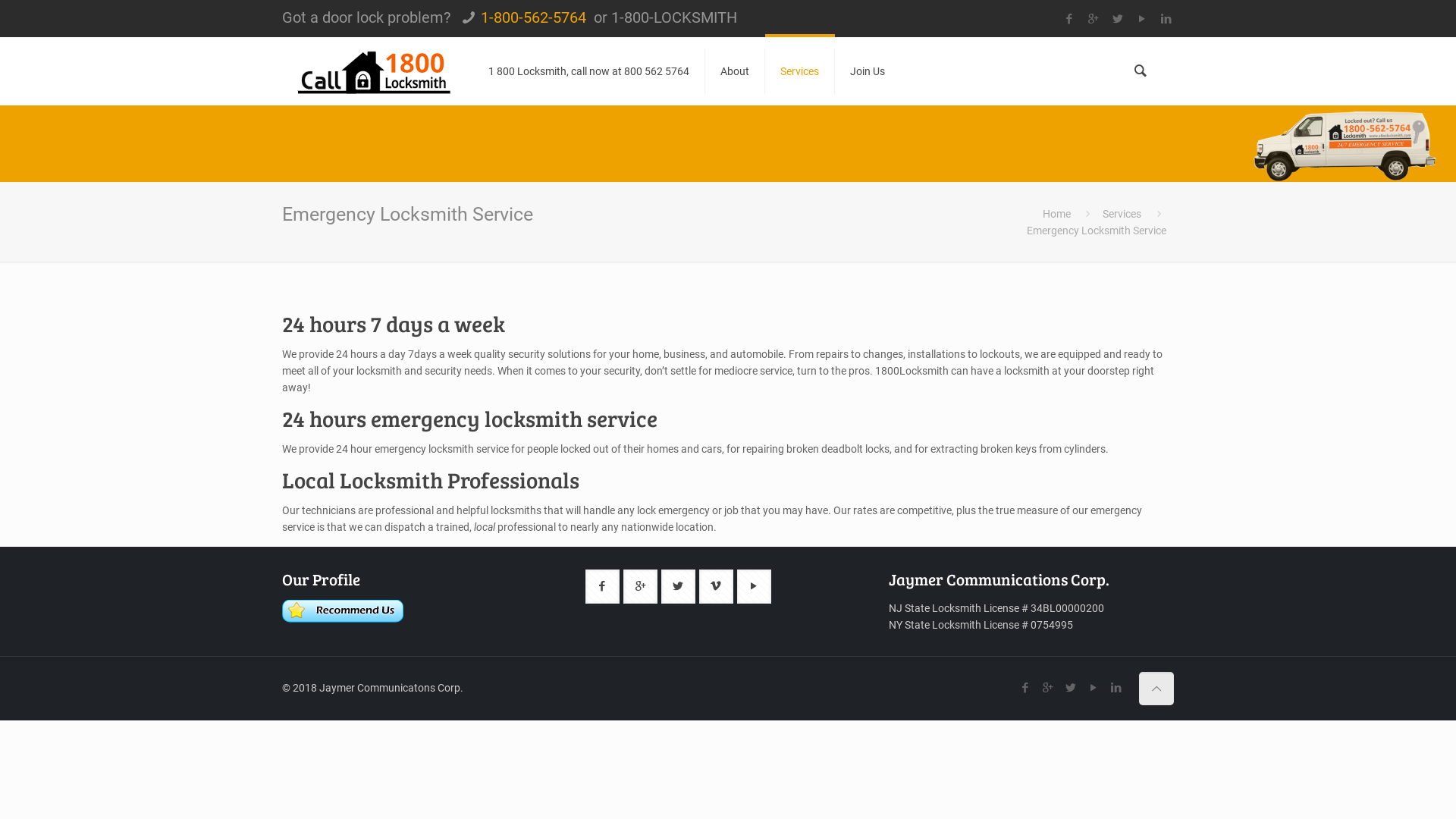 The image size is (1456, 819). I want to click on 'Twitter', so click(1069, 687).